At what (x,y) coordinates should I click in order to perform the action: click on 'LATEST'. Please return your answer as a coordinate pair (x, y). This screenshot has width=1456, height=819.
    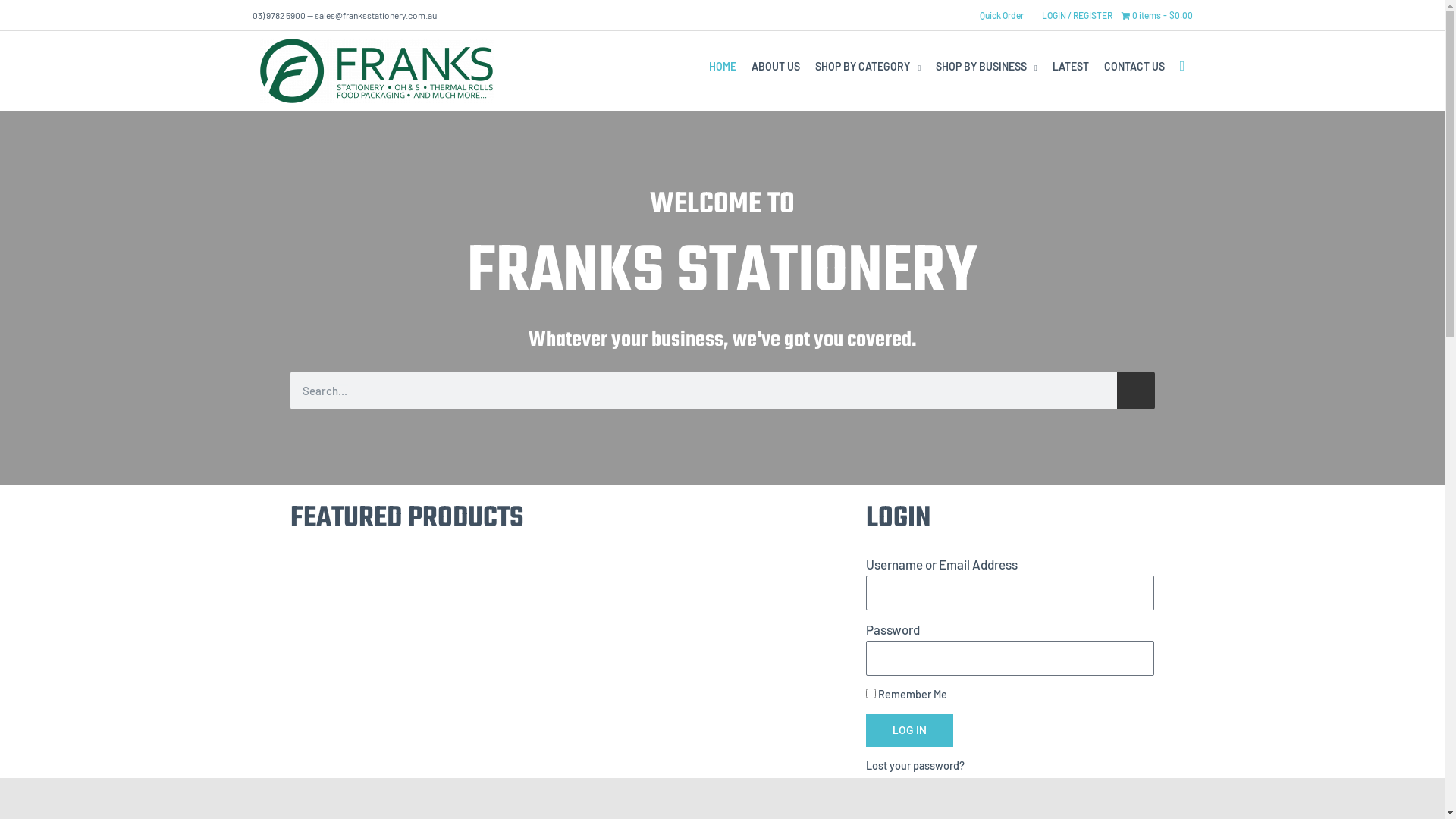
    Looking at the image, I should click on (1069, 66).